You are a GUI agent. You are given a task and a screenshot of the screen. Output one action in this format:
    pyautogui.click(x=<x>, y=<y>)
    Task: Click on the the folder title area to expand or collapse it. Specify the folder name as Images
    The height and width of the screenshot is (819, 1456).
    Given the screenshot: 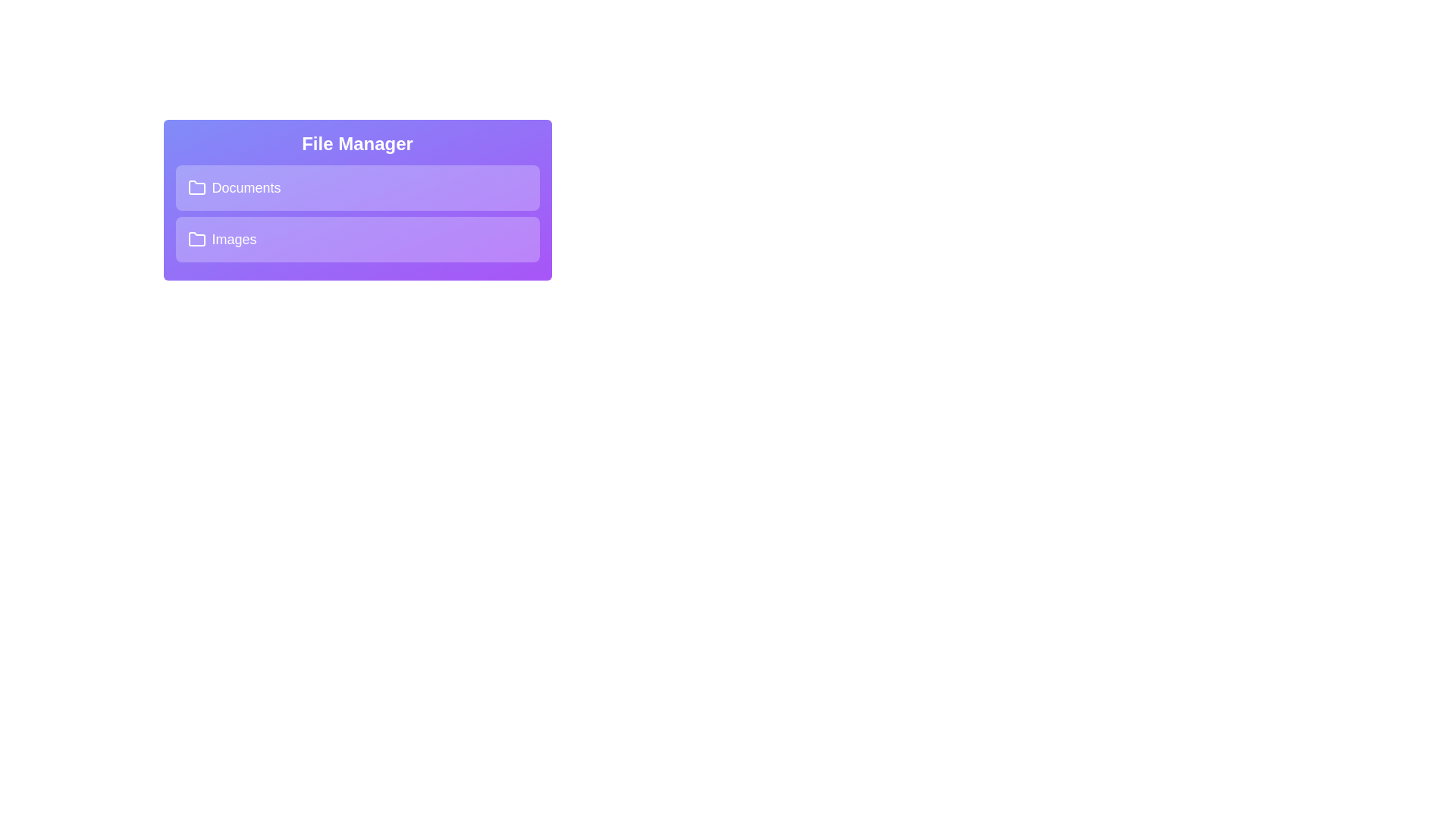 What is the action you would take?
    pyautogui.click(x=356, y=239)
    